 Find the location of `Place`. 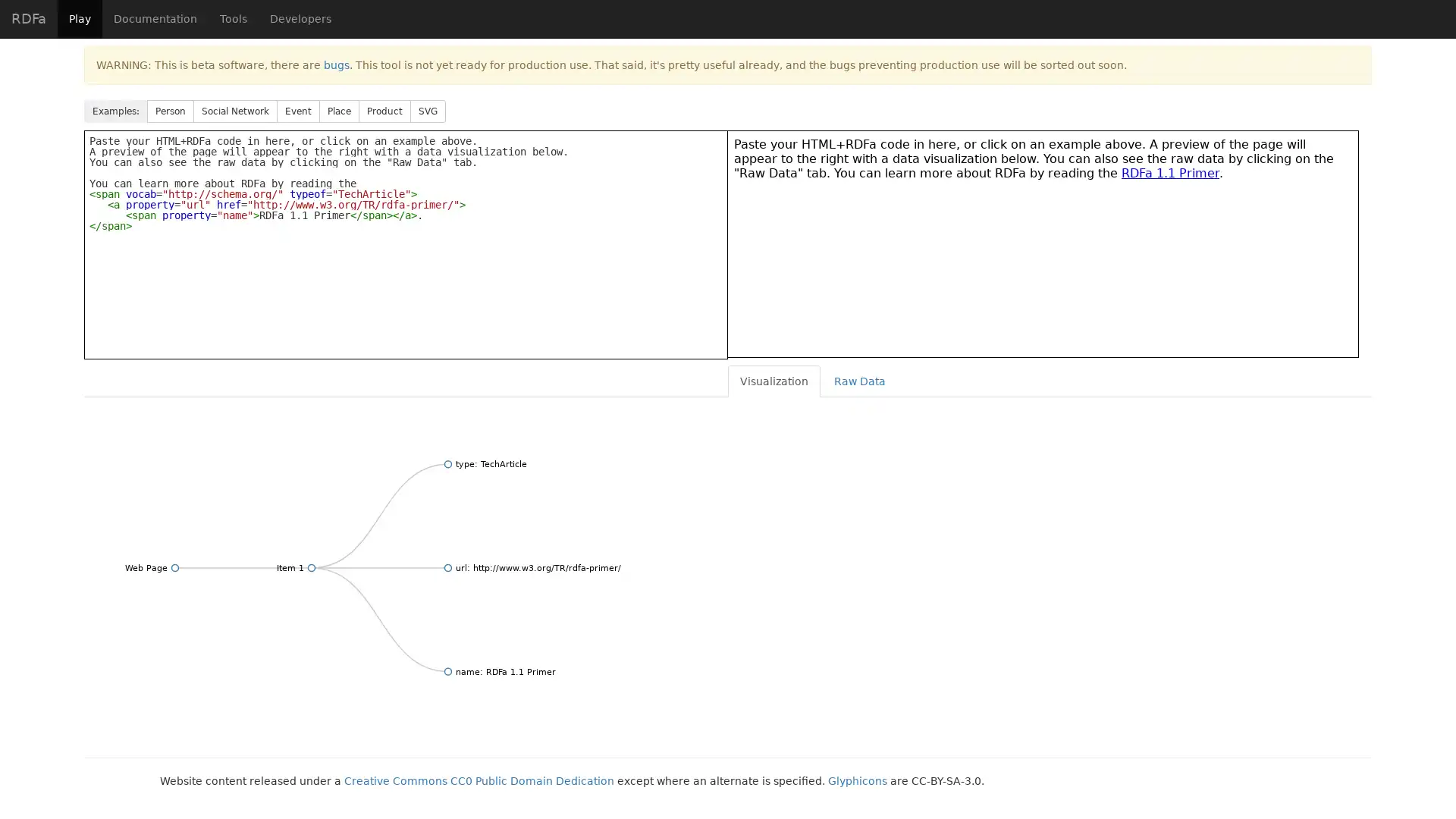

Place is located at coordinates (338, 110).